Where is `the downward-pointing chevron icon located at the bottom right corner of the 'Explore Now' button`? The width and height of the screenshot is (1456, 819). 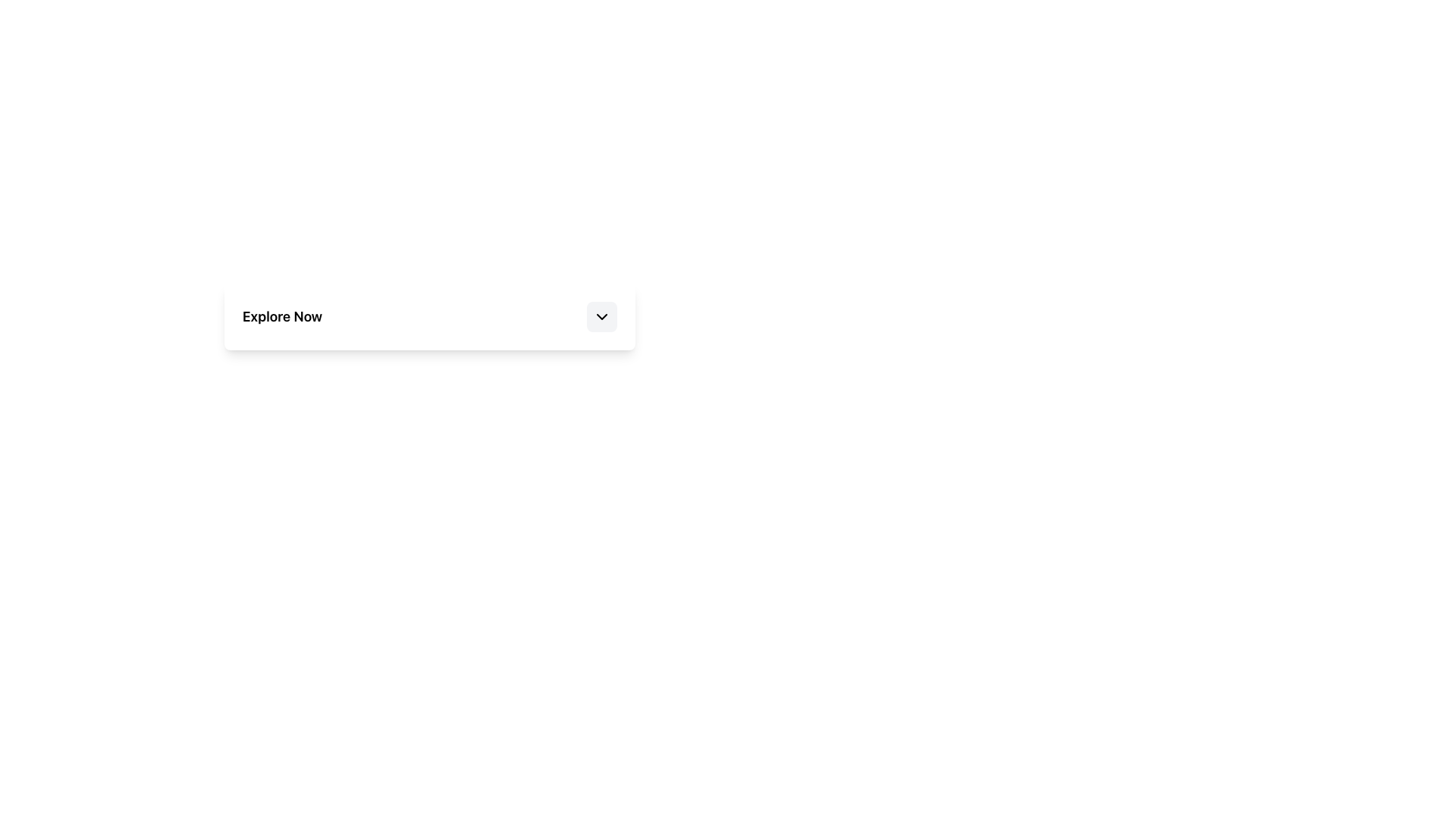
the downward-pointing chevron icon located at the bottom right corner of the 'Explore Now' button is located at coordinates (601, 315).